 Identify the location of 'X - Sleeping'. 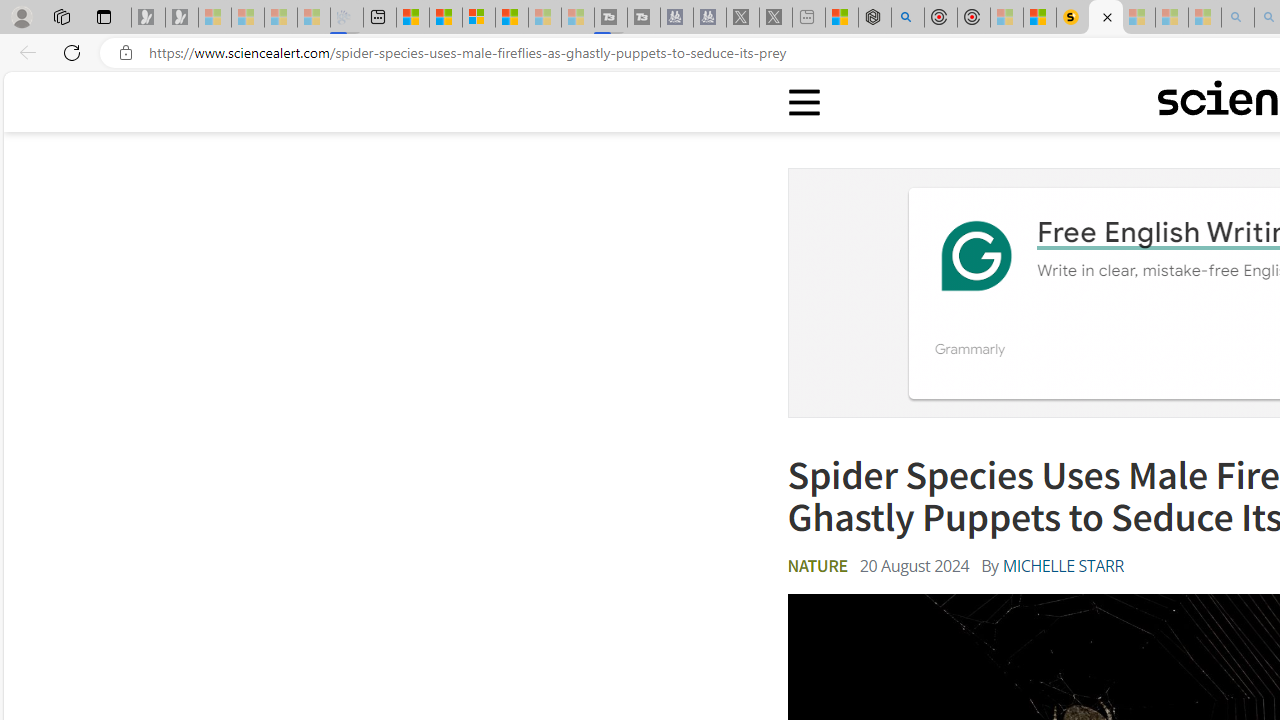
(775, 17).